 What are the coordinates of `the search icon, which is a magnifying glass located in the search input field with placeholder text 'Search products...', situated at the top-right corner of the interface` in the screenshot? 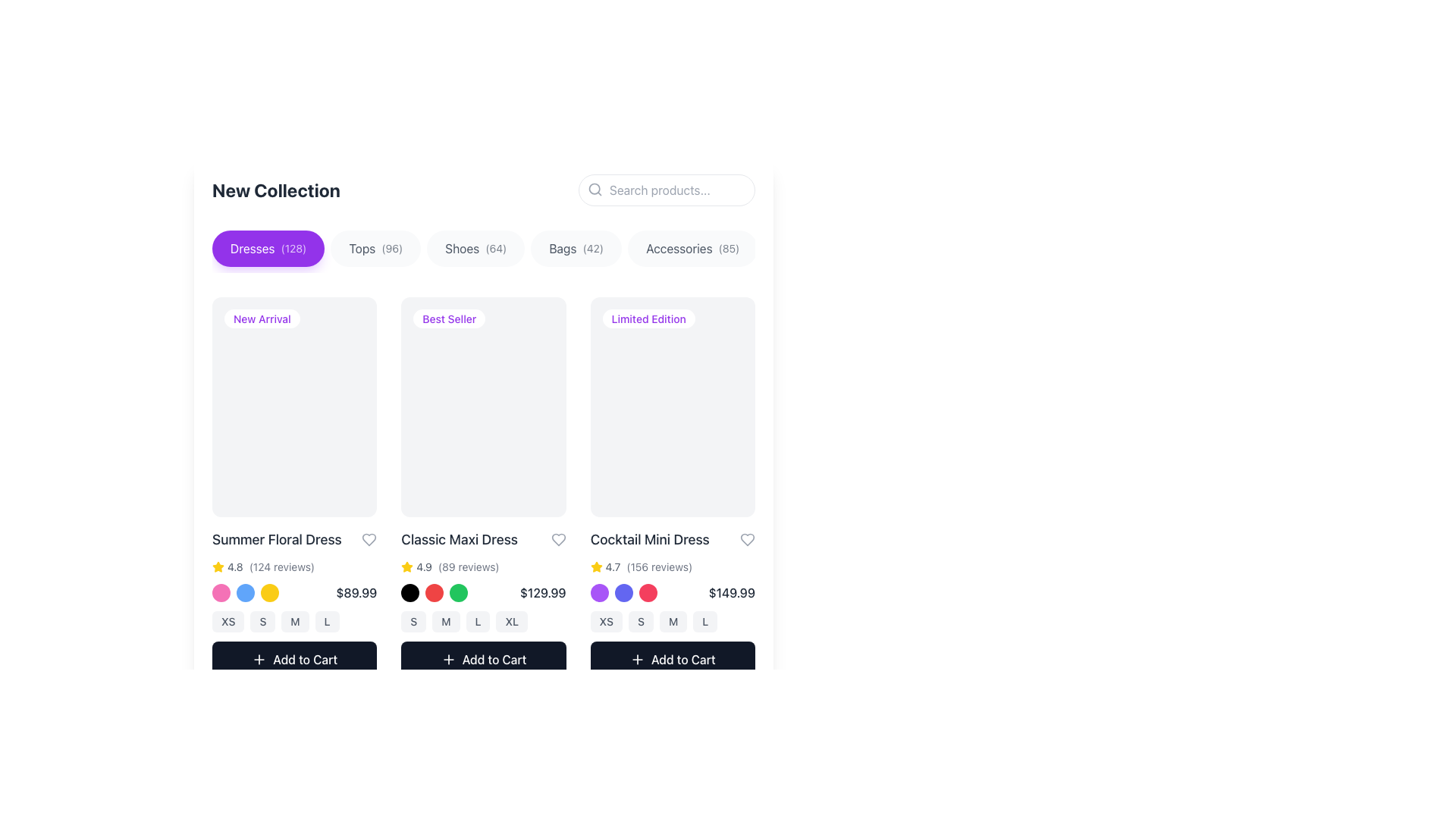 It's located at (595, 189).